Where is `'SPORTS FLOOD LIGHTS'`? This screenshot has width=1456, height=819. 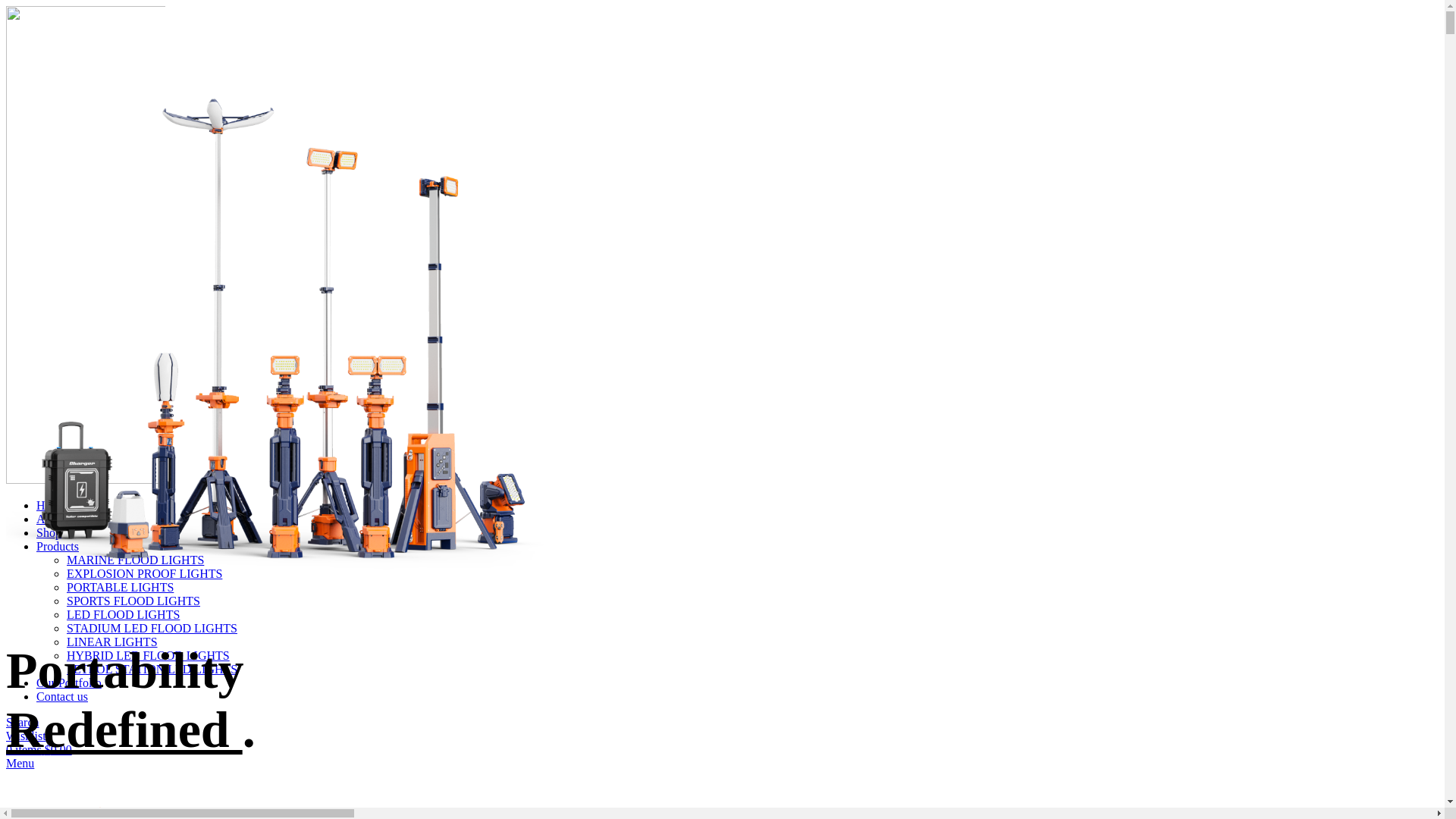
'SPORTS FLOOD LIGHTS' is located at coordinates (133, 600).